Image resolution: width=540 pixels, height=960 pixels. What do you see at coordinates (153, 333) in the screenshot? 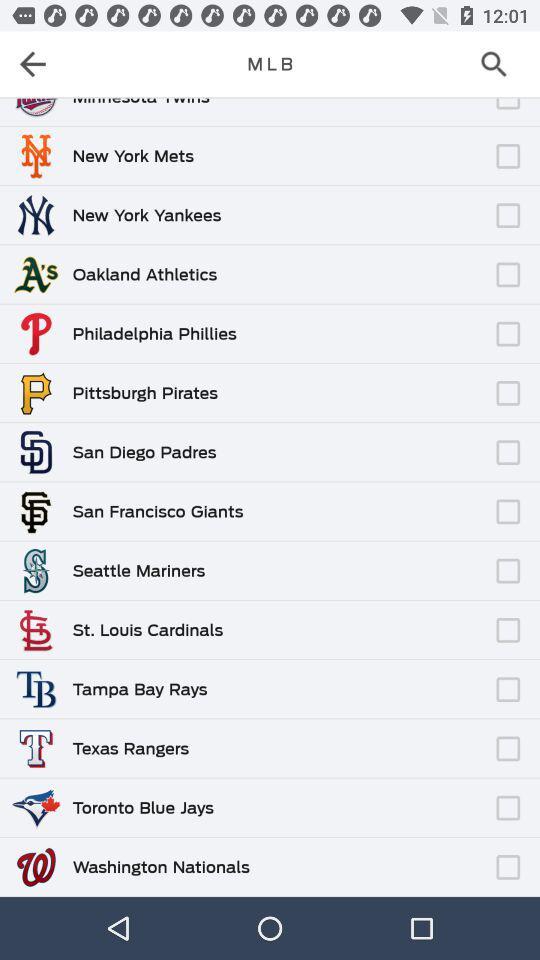
I see `philadelphia phillies` at bounding box center [153, 333].